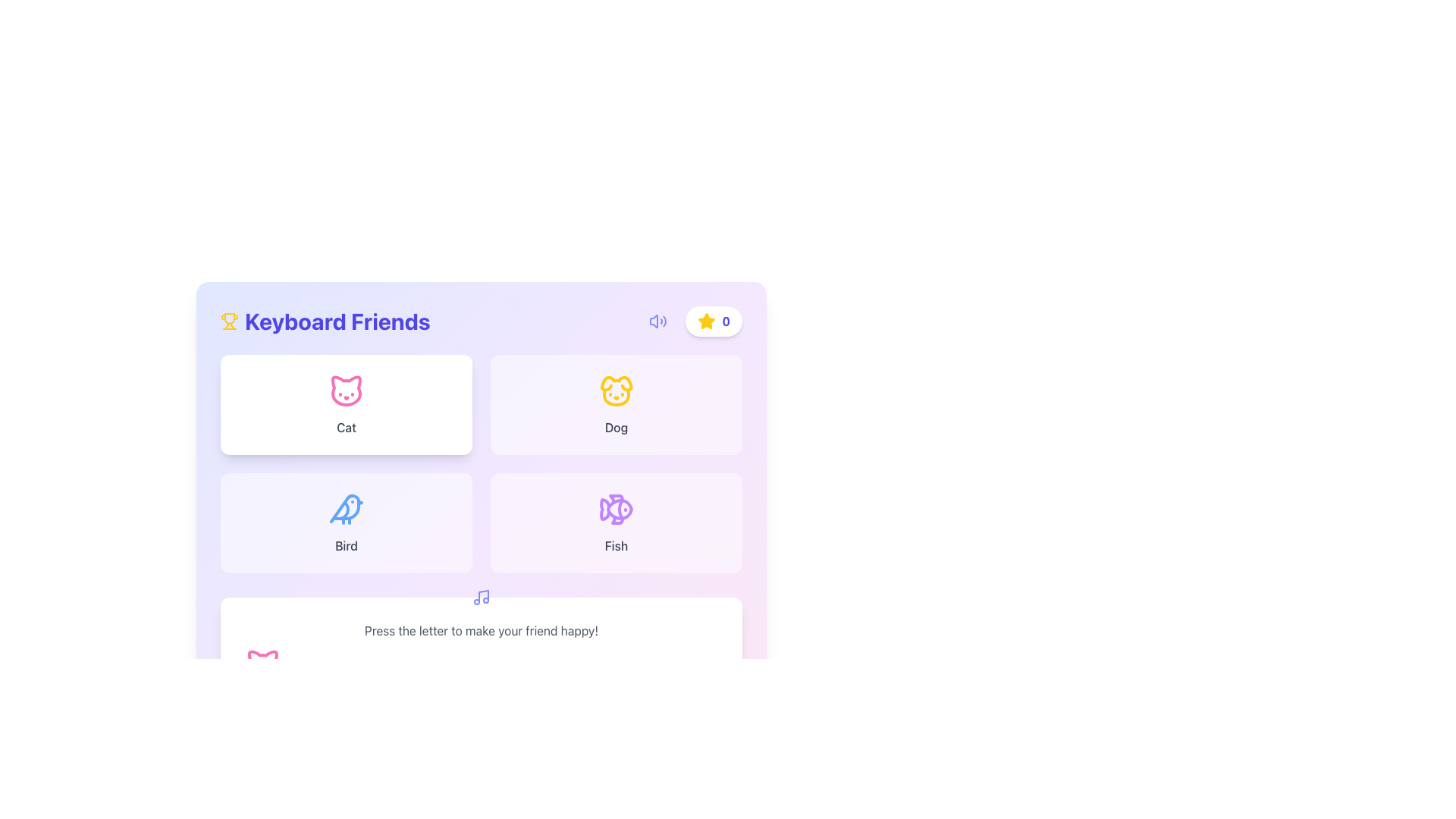 The image size is (1456, 819). Describe the element at coordinates (345, 546) in the screenshot. I see `the text label displaying the word 'bird' in a gray color, located in the lower section of a card with a clean, white background and rounded corners` at that location.